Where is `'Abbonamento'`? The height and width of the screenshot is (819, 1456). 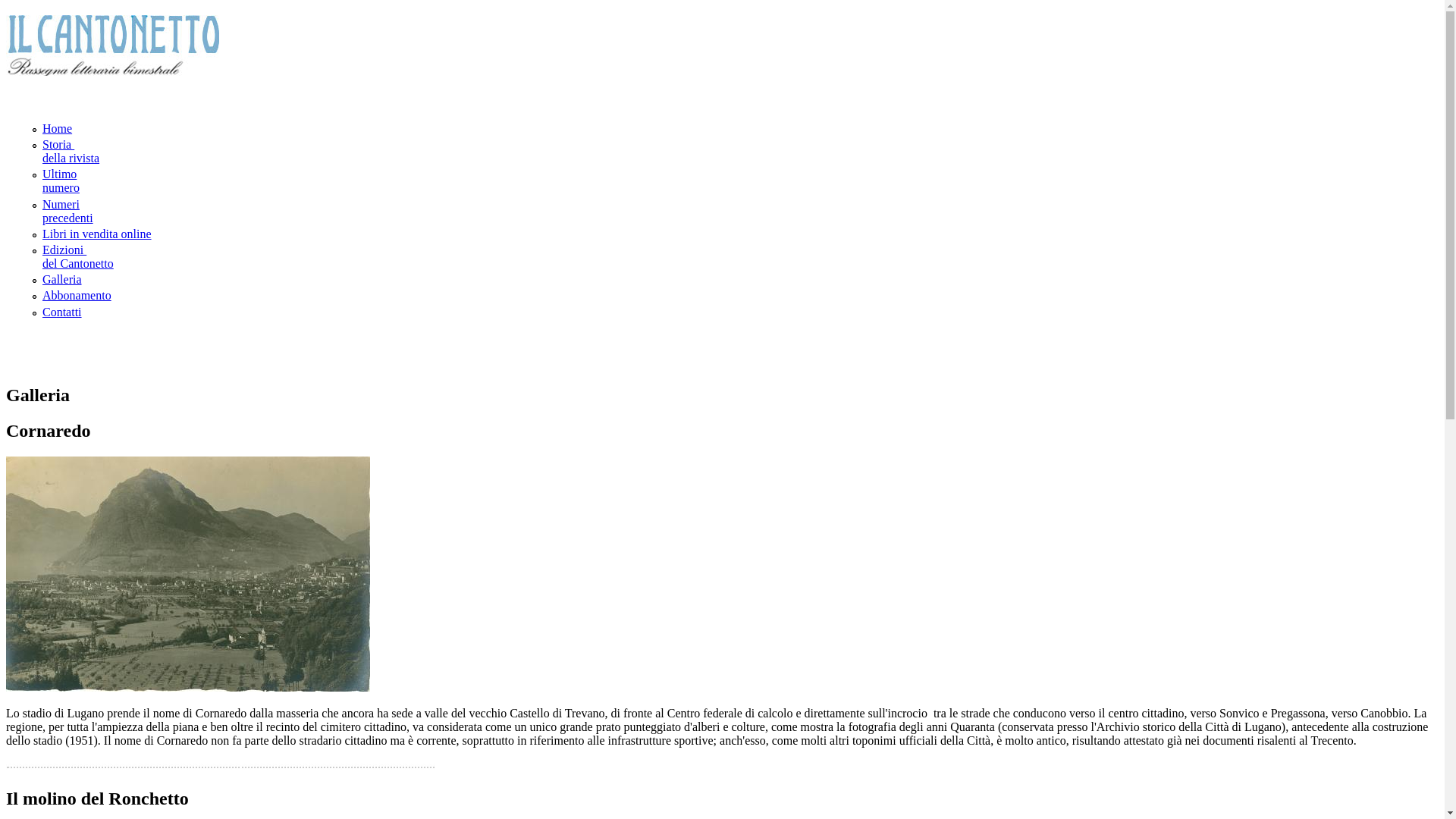 'Abbonamento' is located at coordinates (76, 295).